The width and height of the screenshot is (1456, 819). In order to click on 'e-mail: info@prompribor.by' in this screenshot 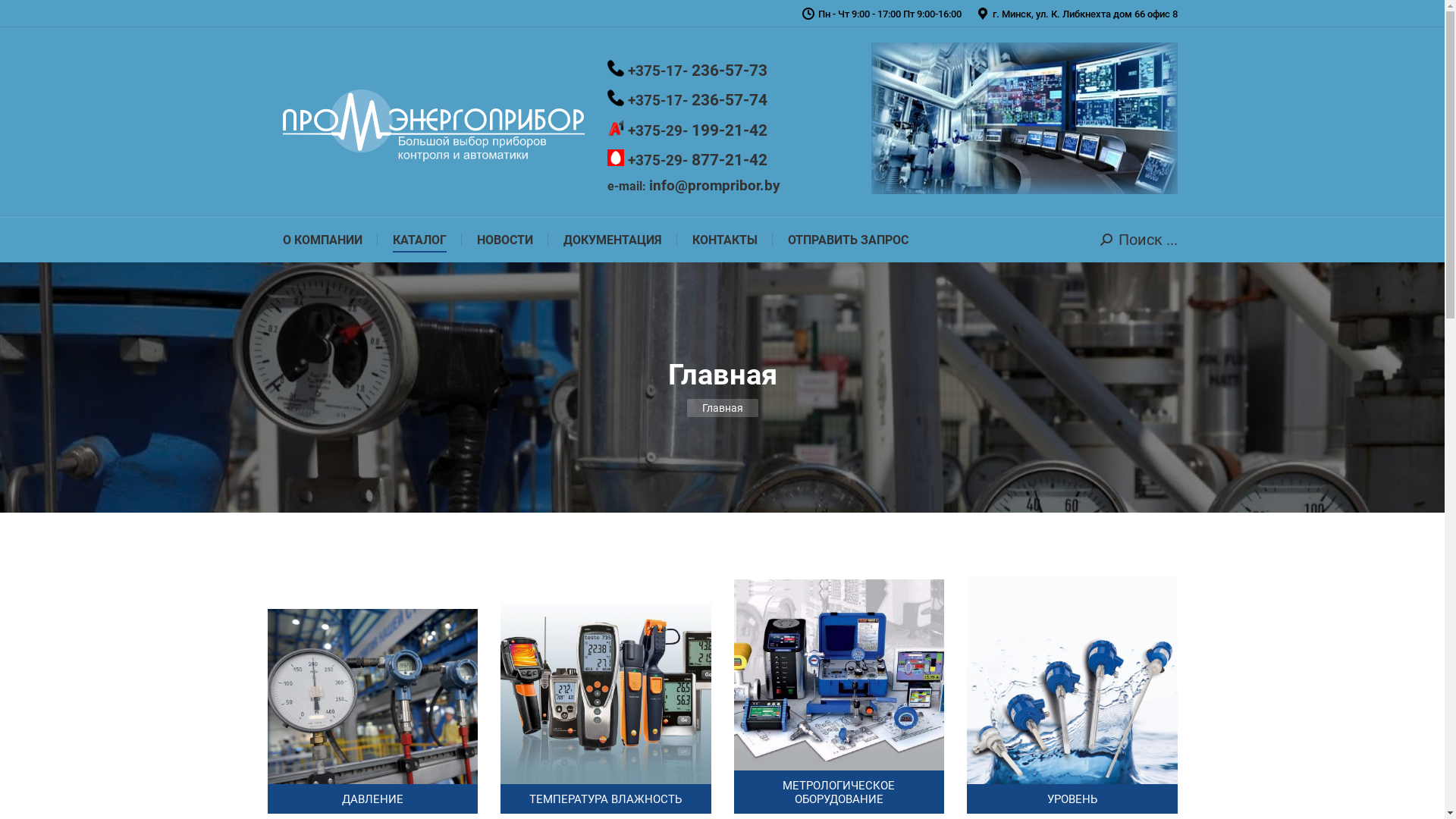, I will do `click(692, 185)`.